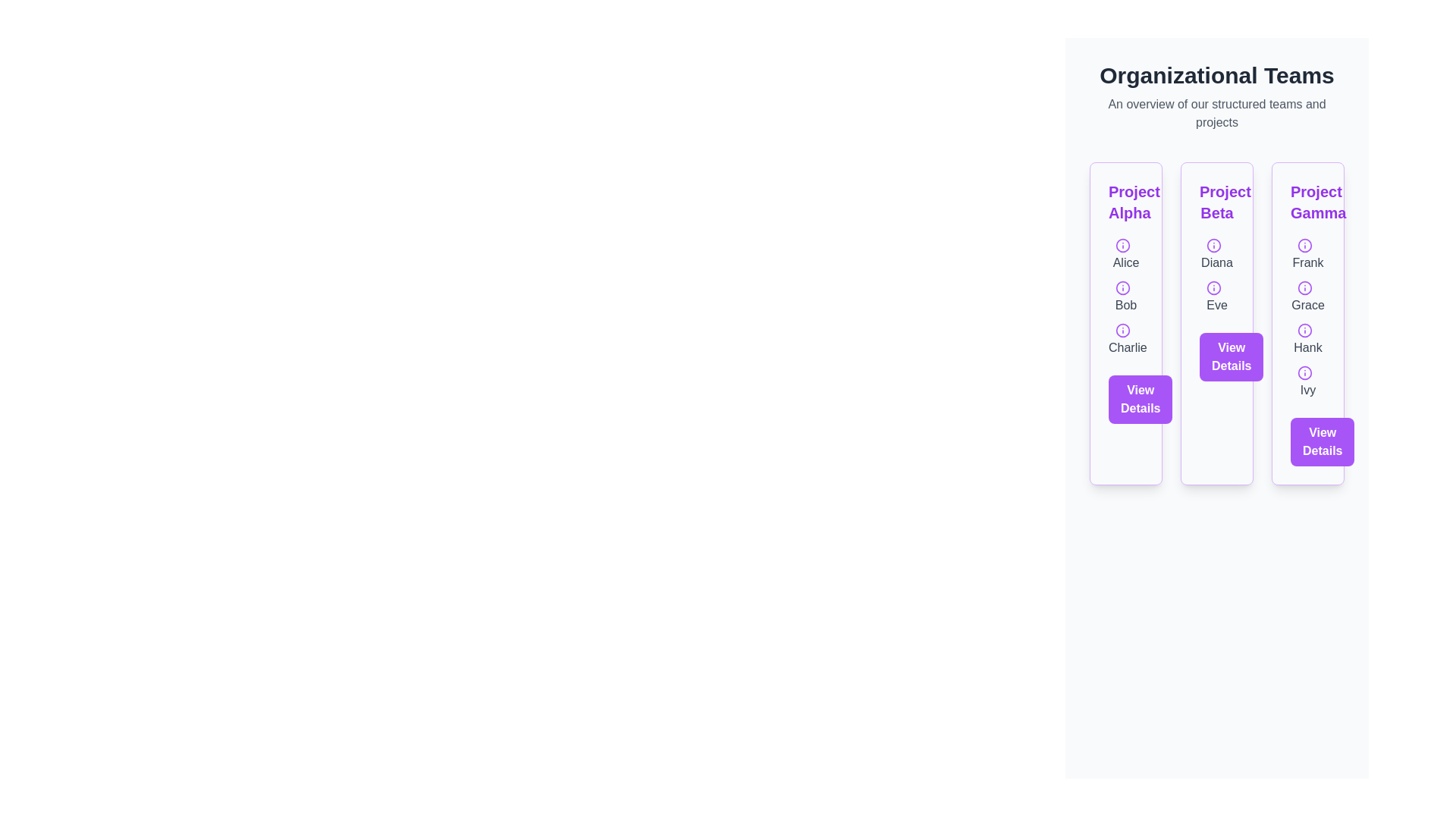 This screenshot has height=819, width=1456. I want to click on the text label 'Grace' located below the entry for 'Frank' and above 'Hank', so click(1307, 296).